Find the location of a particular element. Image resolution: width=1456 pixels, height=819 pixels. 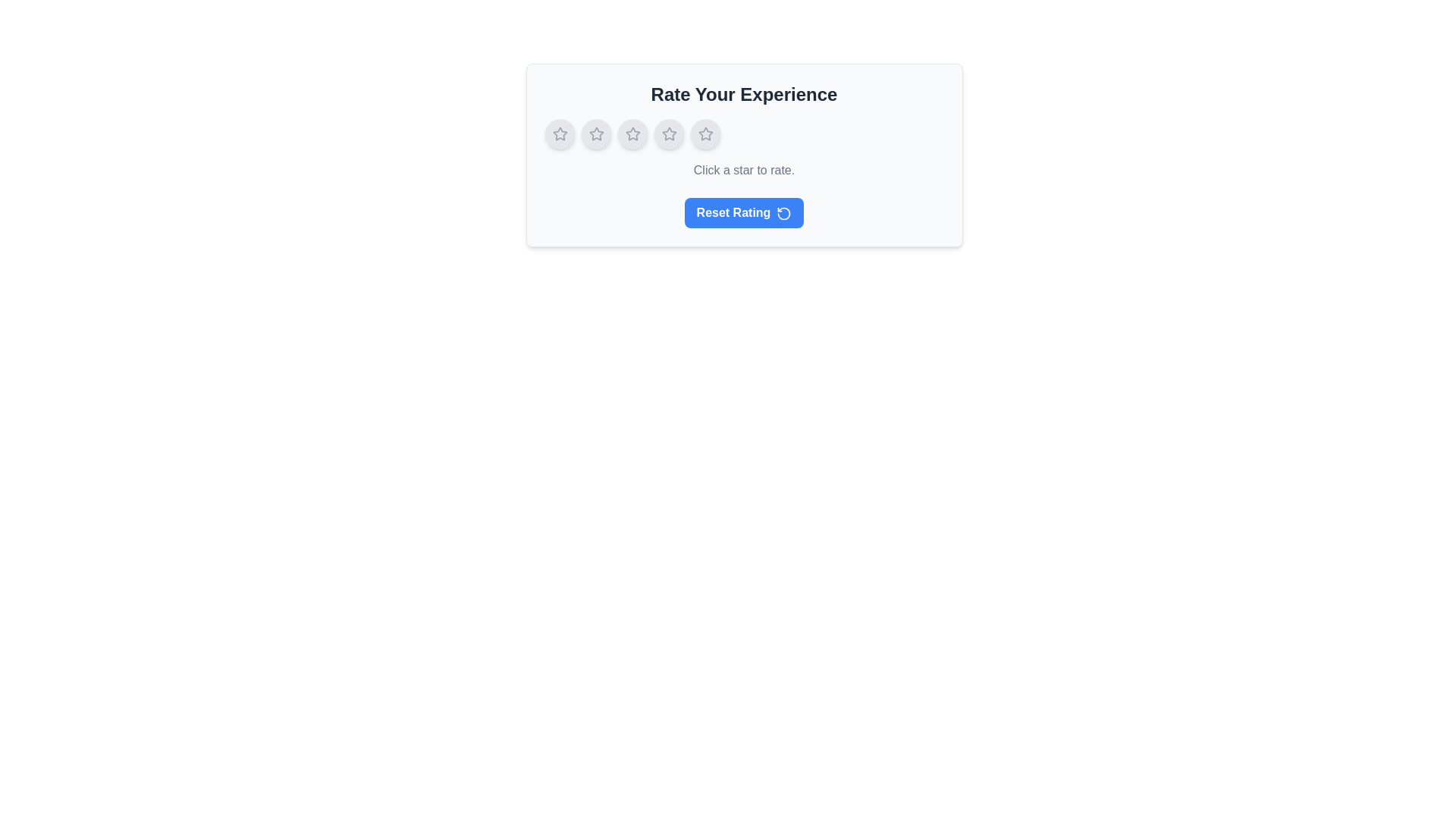

the reset button located at the bottom of the 'Rate Your Experience' card layout to reset any rating made using the star icons is located at coordinates (744, 213).